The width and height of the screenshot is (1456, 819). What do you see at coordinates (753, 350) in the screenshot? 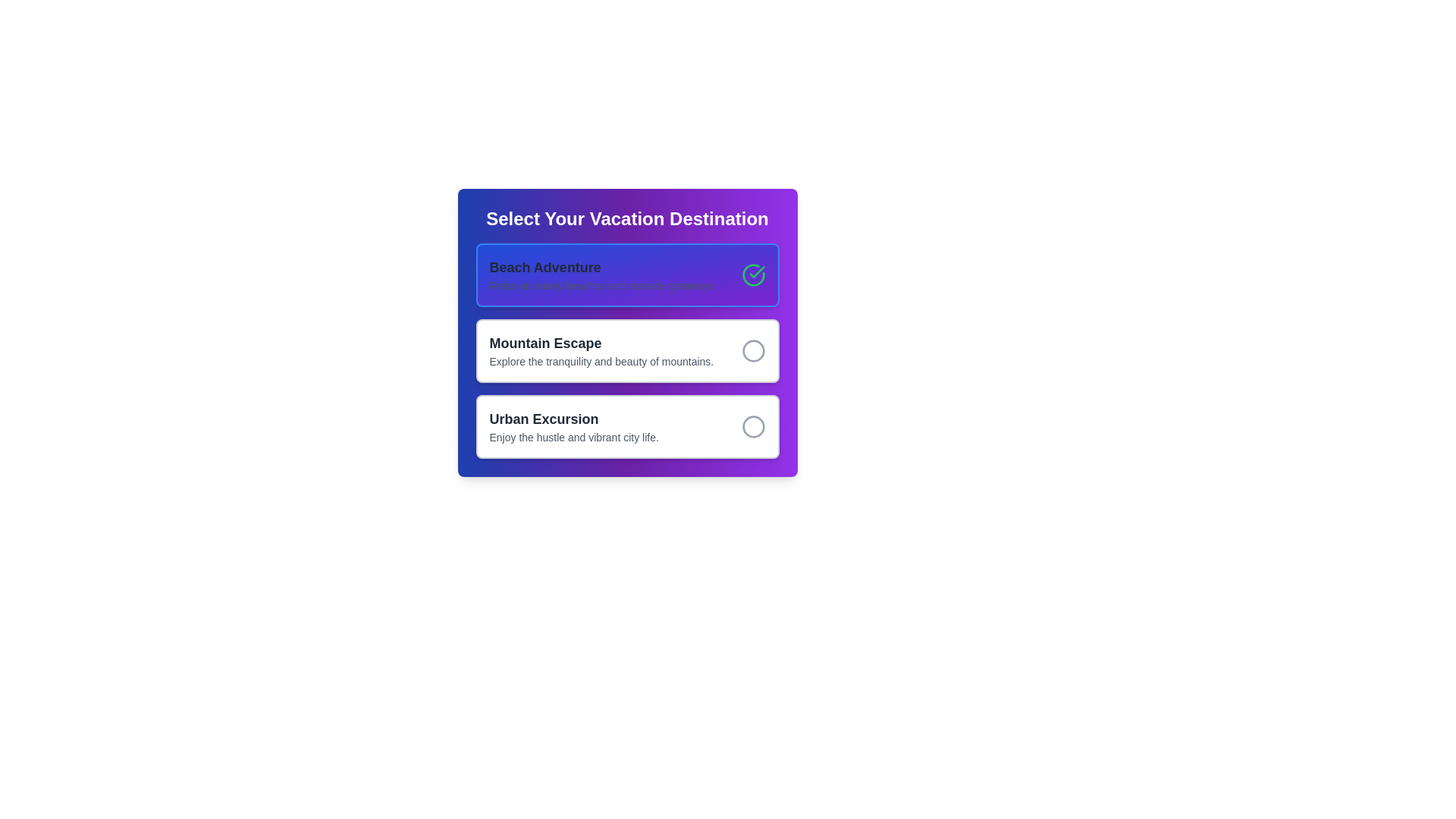
I see `the unselected radio button, which is a gray circular outline located to the right of the 'Mountain Escape' list item, to trigger tooltip or visual feedback` at bounding box center [753, 350].